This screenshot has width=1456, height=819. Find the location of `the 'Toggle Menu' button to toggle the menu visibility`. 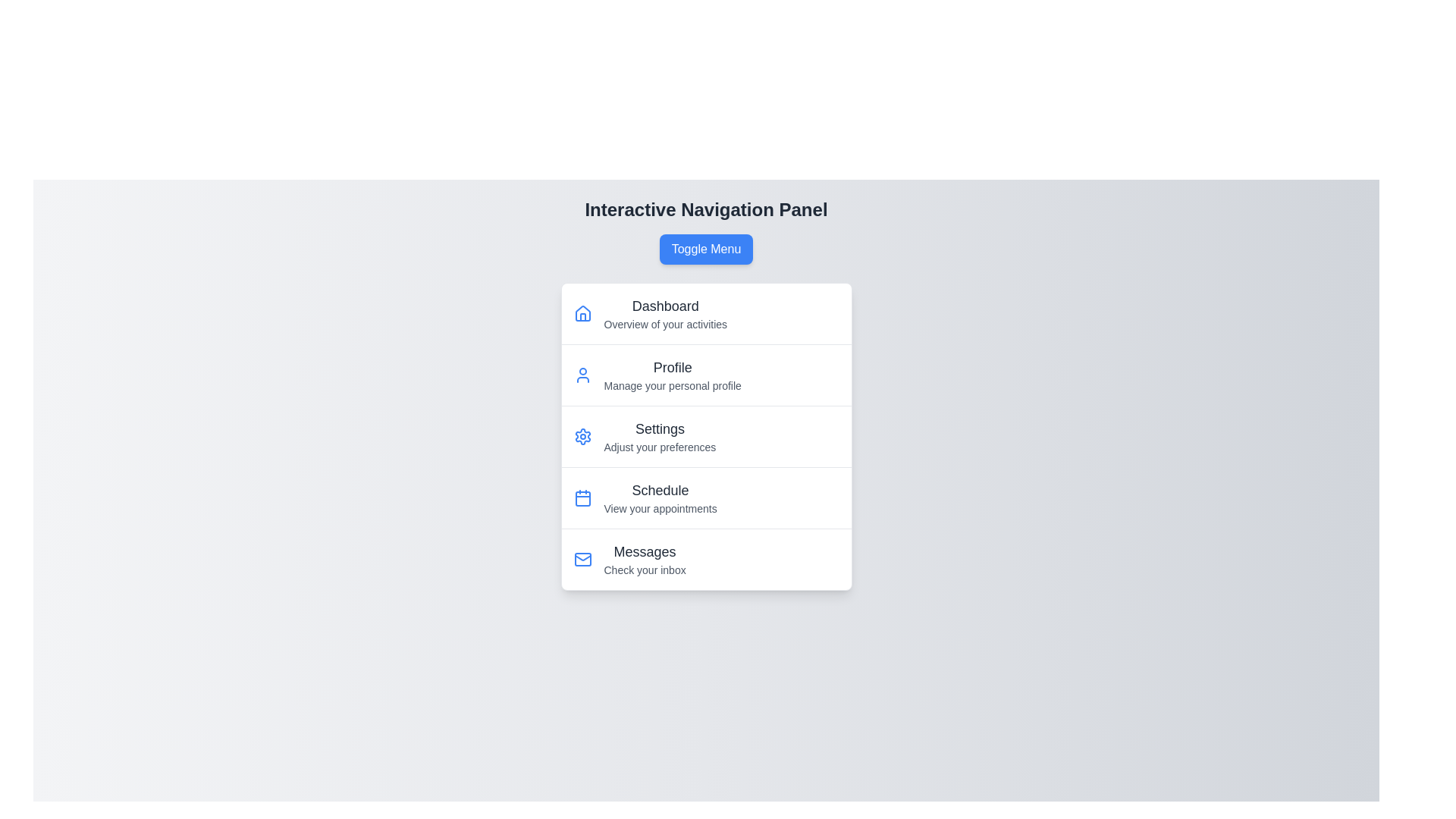

the 'Toggle Menu' button to toggle the menu visibility is located at coordinates (705, 248).